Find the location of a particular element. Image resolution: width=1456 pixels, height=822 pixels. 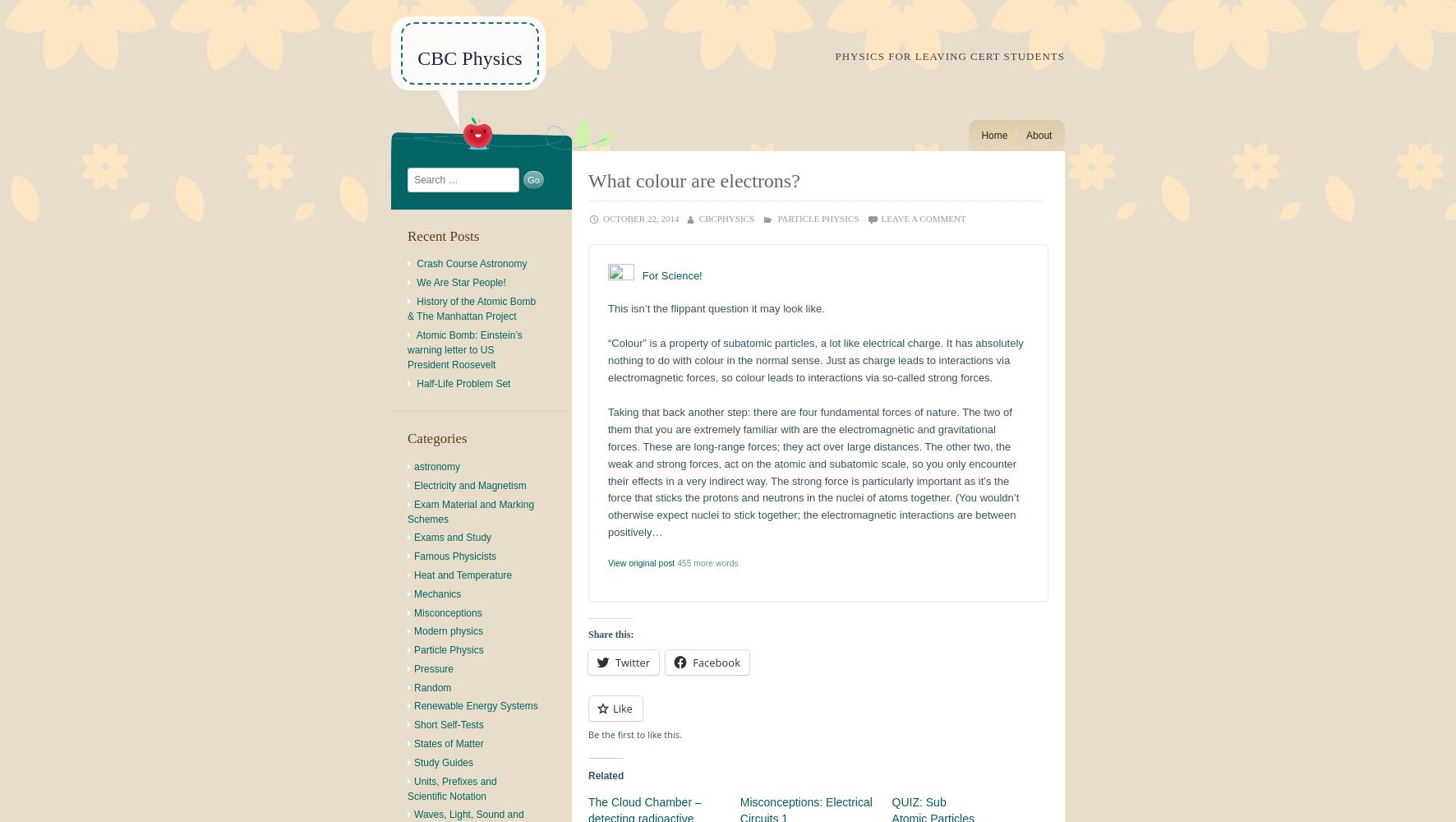

'CBC Physics' is located at coordinates (469, 58).